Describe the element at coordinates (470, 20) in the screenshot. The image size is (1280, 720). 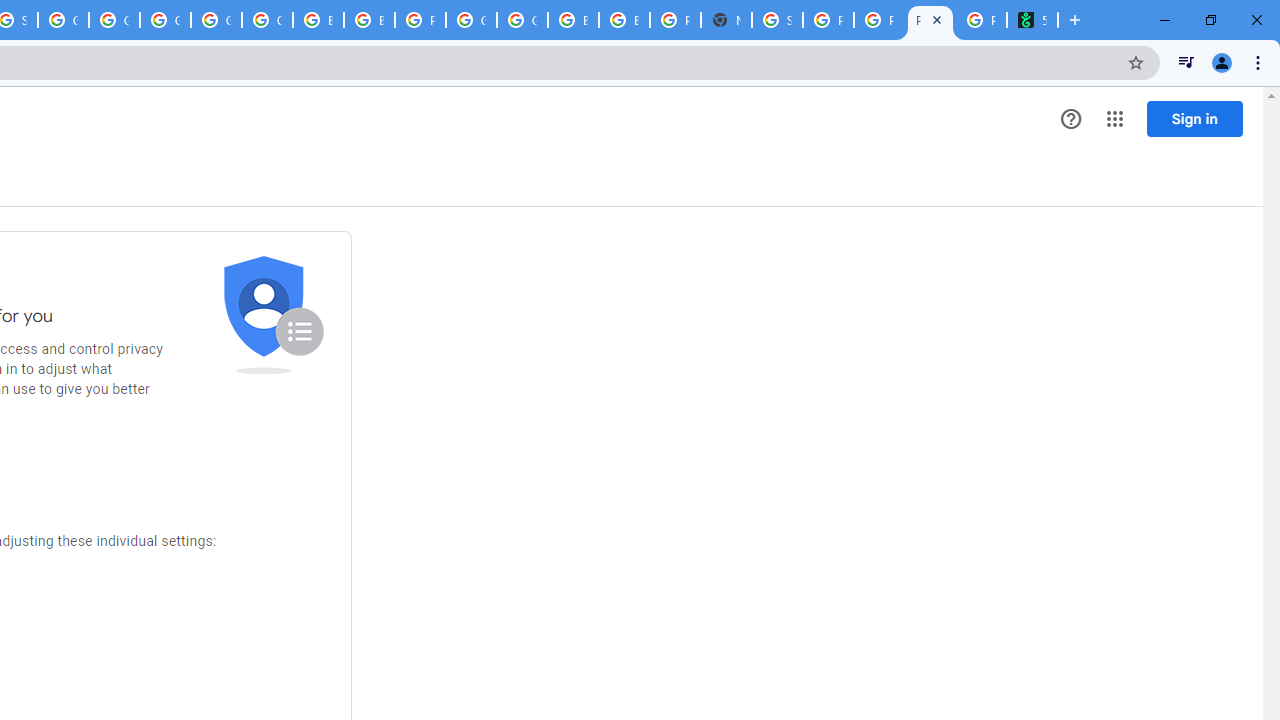
I see `'Google Cloud Platform'` at that location.